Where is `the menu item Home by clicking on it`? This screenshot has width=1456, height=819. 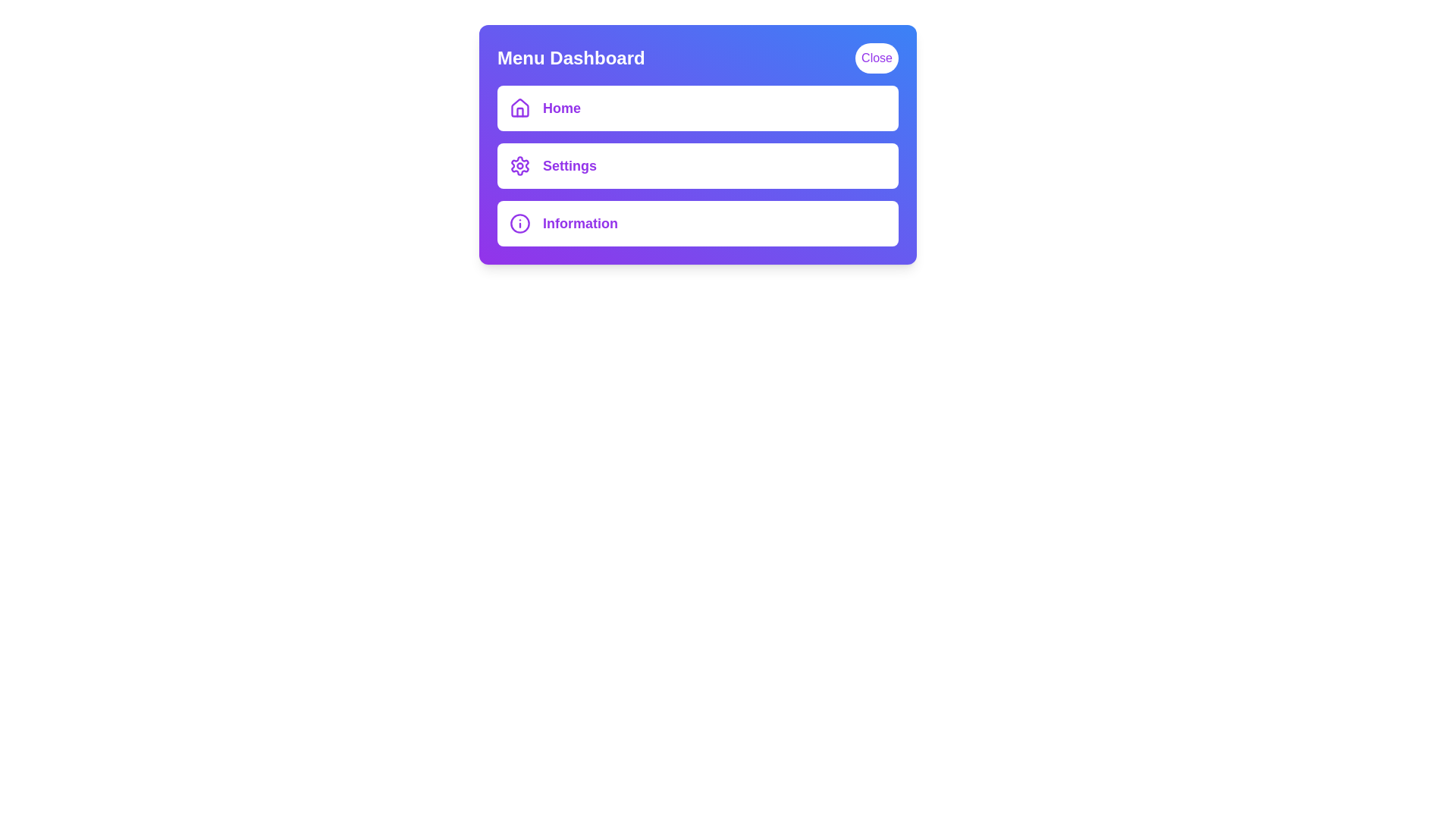
the menu item Home by clicking on it is located at coordinates (697, 107).